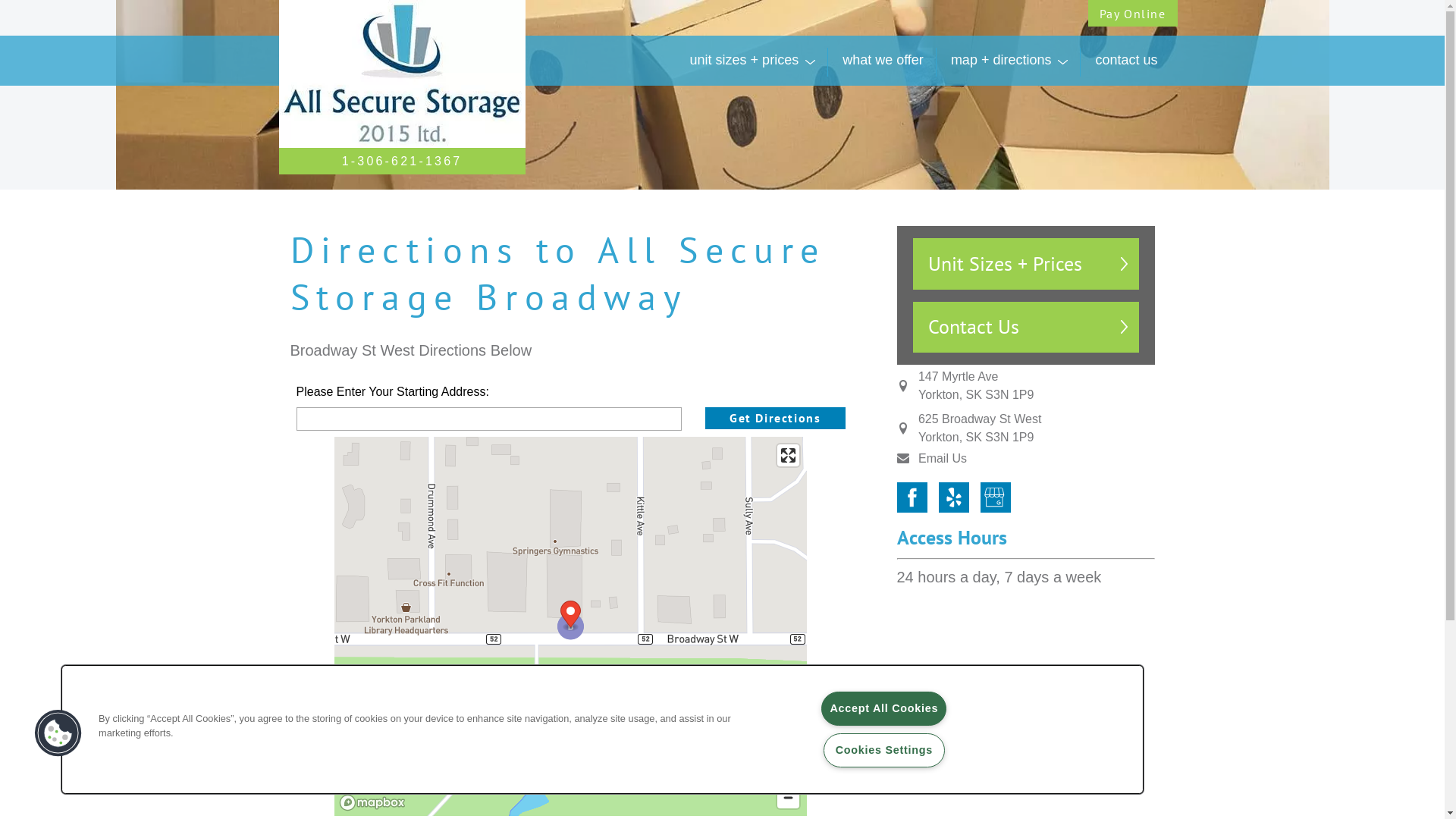 The width and height of the screenshot is (1456, 819). Describe the element at coordinates (896, 497) in the screenshot. I see `'Facebook'` at that location.